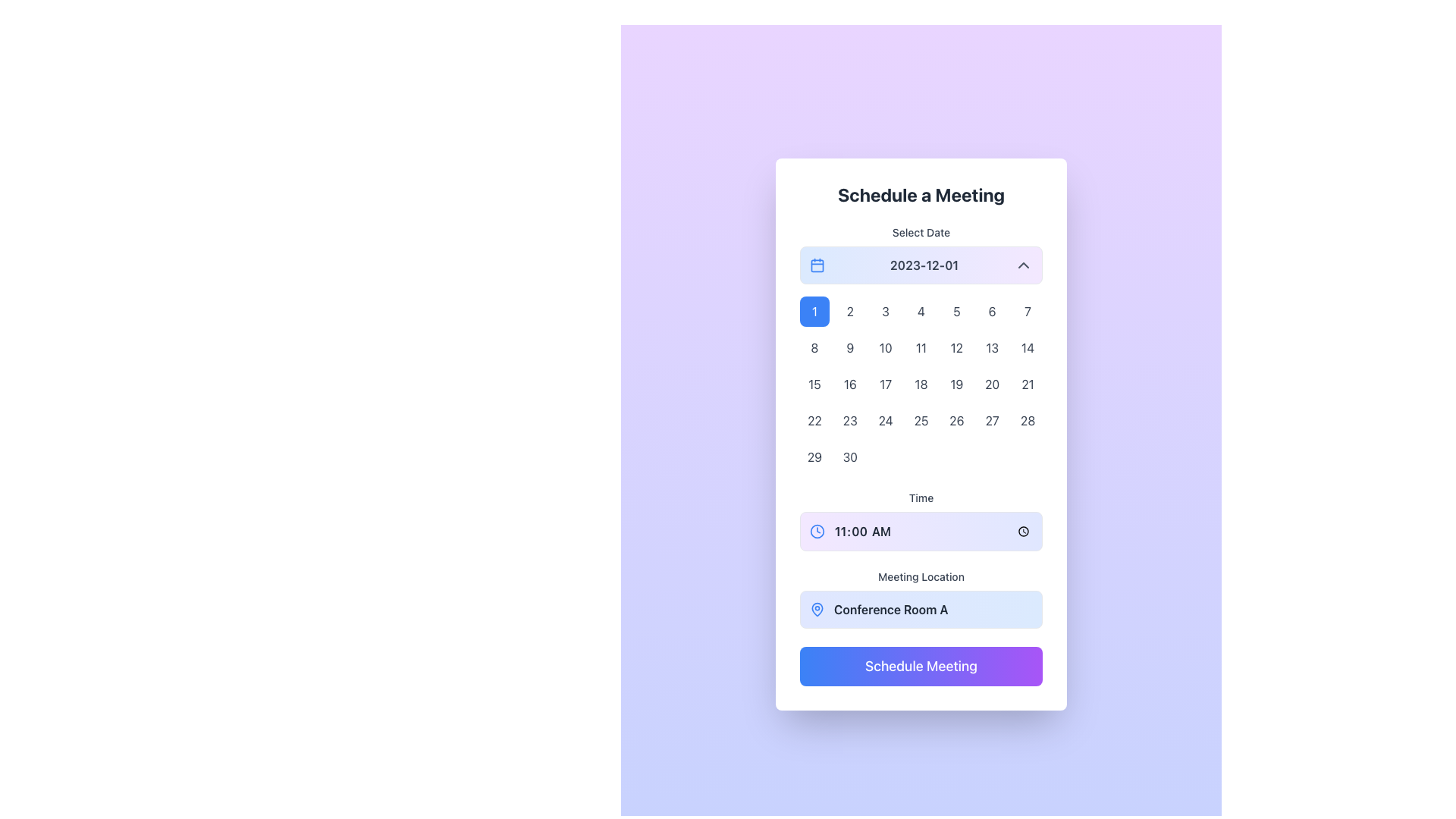 The width and height of the screenshot is (1456, 819). Describe the element at coordinates (920, 598) in the screenshot. I see `on the text field displaying 'Conference Room A'` at that location.